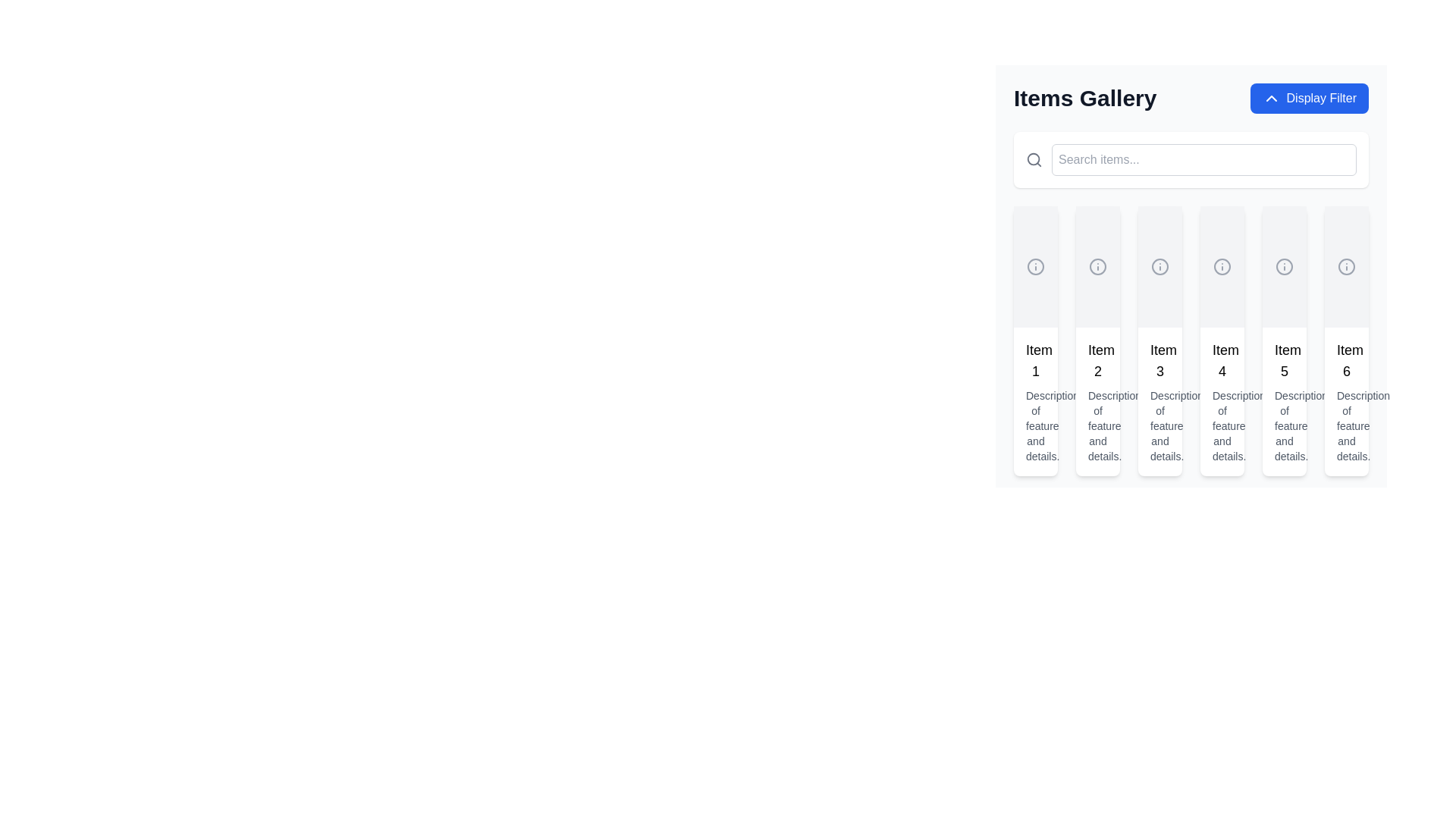 The width and height of the screenshot is (1456, 819). What do you see at coordinates (1308, 99) in the screenshot?
I see `the blue rectangular button labeled 'Display Filter' with an upward-pointing chevron icon` at bounding box center [1308, 99].